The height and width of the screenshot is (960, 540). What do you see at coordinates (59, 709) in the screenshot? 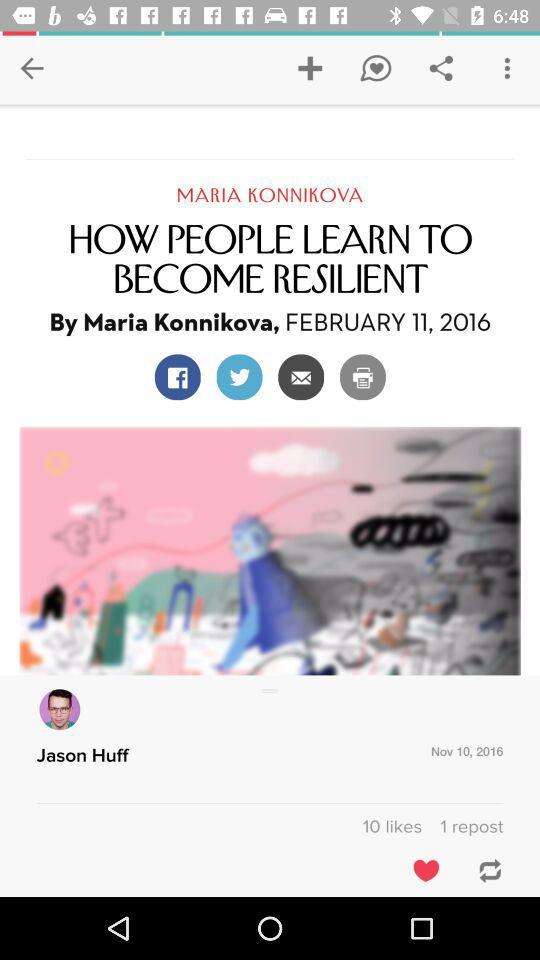
I see `the avatar icon` at bounding box center [59, 709].